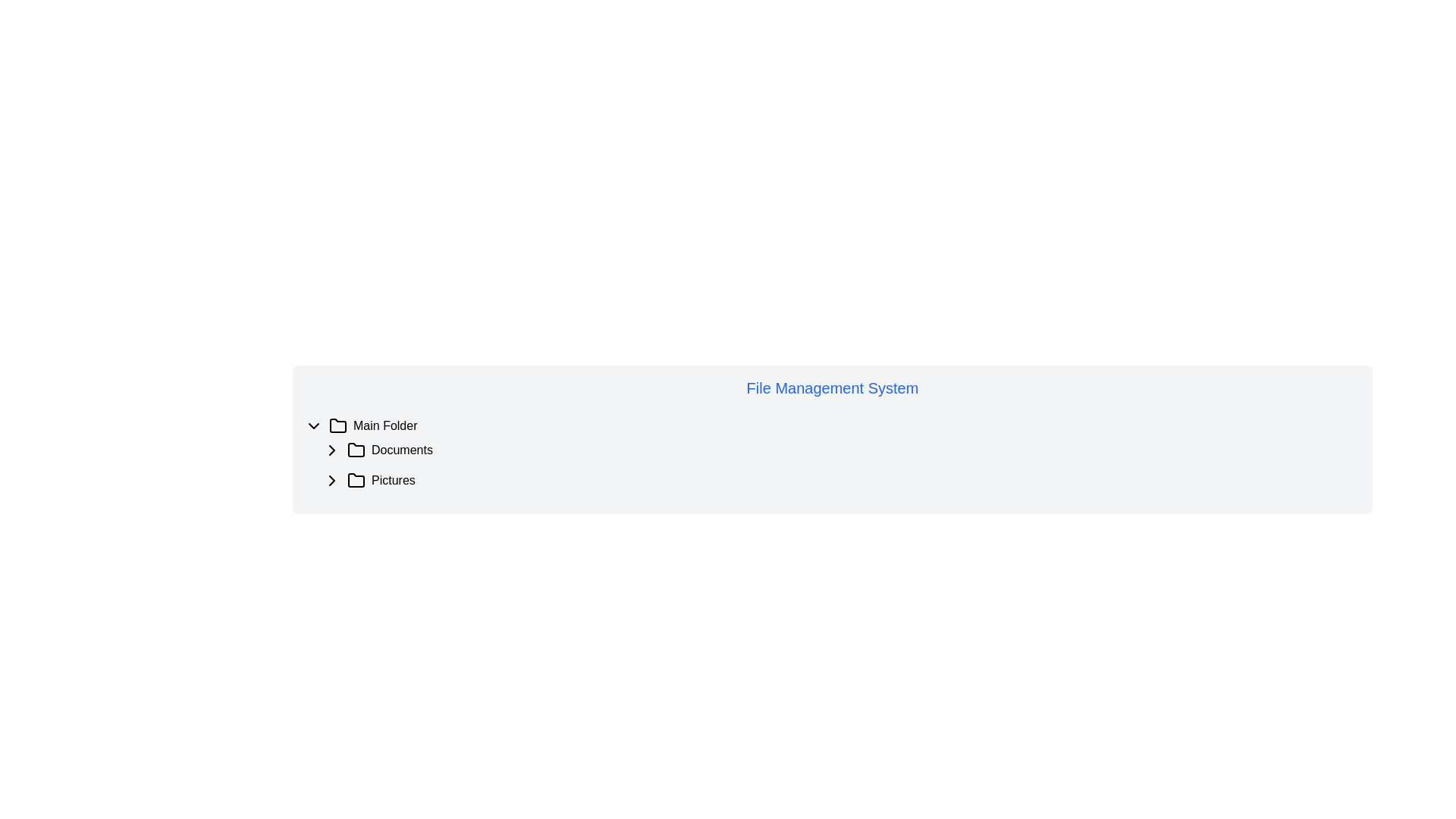 This screenshot has height=819, width=1456. I want to click on the 'Documents' folder item, which is the second item, so click(390, 450).